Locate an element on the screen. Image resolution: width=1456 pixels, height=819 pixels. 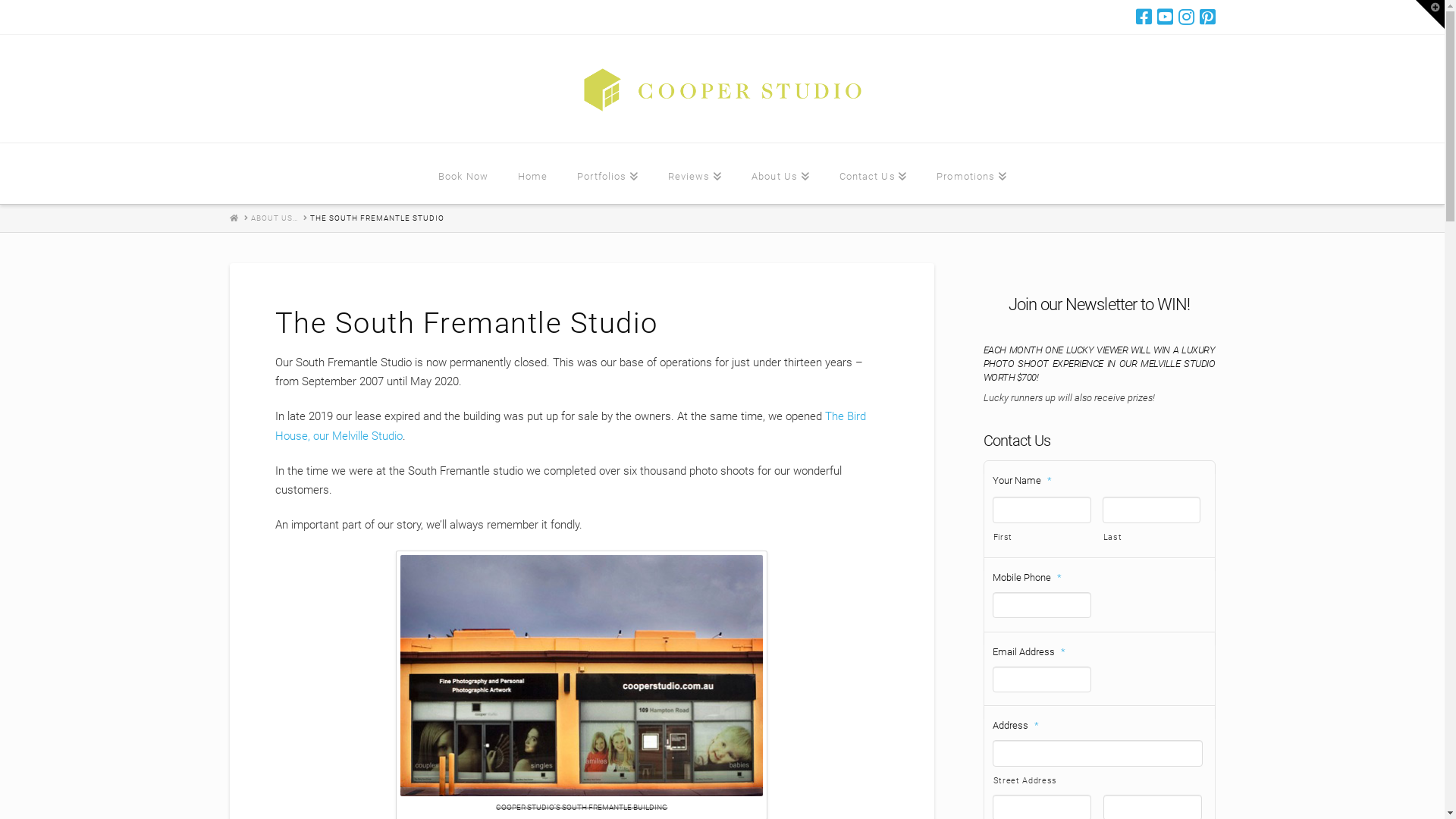
'HOME' is located at coordinates (228, 218).